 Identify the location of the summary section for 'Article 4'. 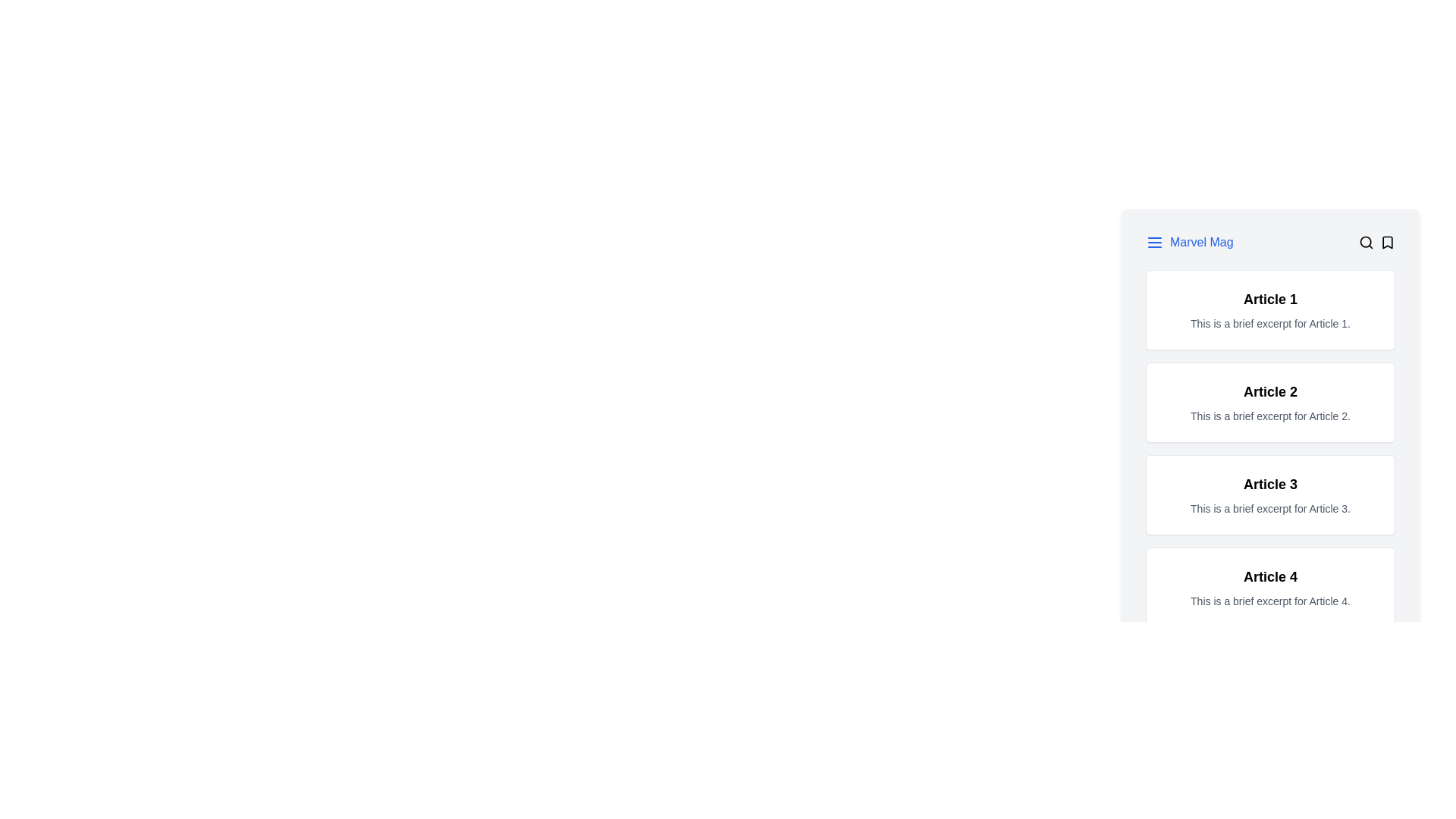
(1270, 587).